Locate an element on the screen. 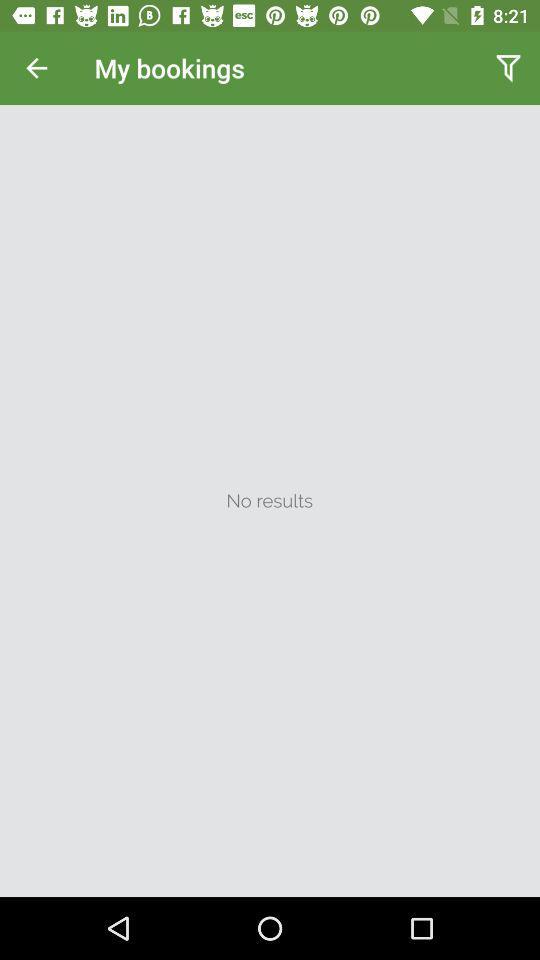 The height and width of the screenshot is (960, 540). icon at the top right corner is located at coordinates (508, 68).